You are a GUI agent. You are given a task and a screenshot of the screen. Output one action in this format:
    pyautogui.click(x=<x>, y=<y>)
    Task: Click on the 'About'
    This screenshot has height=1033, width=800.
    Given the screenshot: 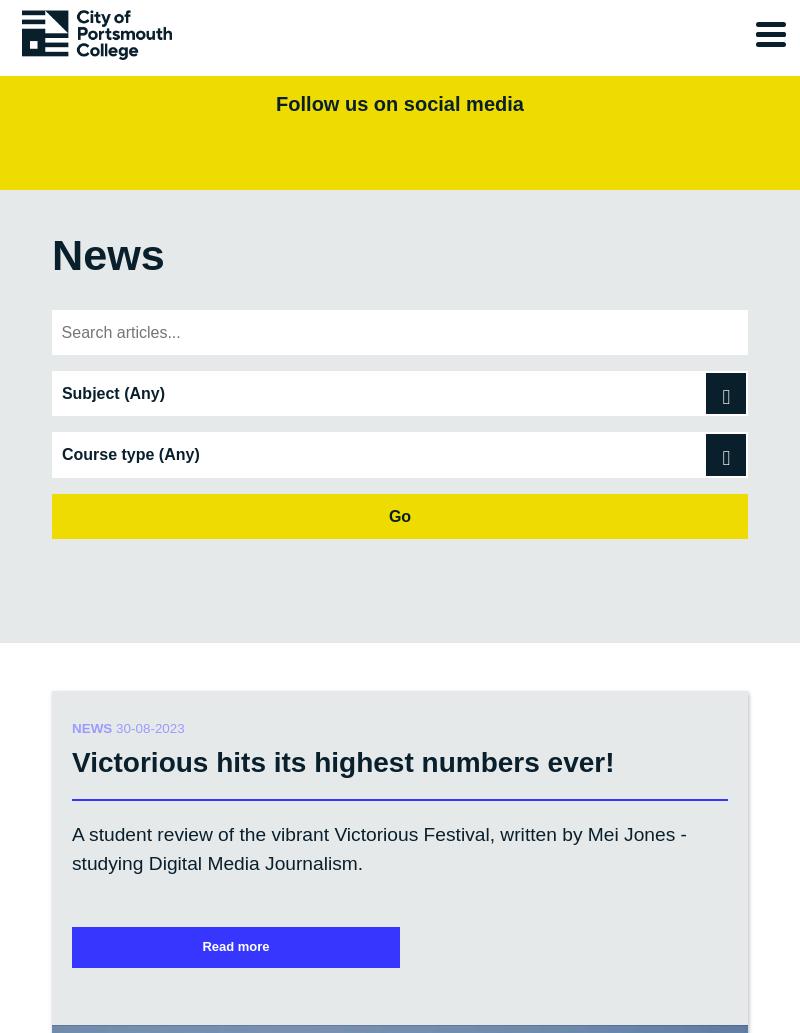 What is the action you would take?
    pyautogui.click(x=77, y=563)
    